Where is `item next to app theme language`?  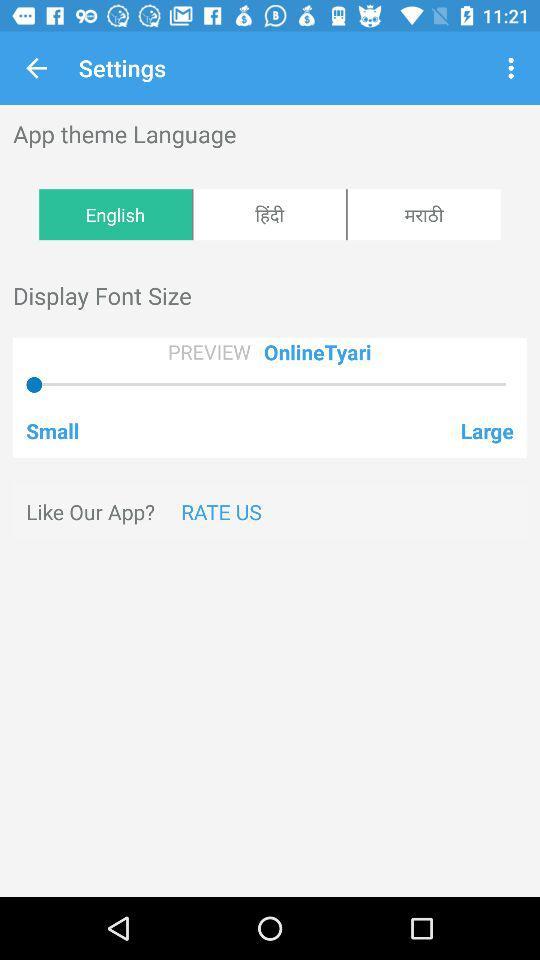
item next to app theme language is located at coordinates (513, 68).